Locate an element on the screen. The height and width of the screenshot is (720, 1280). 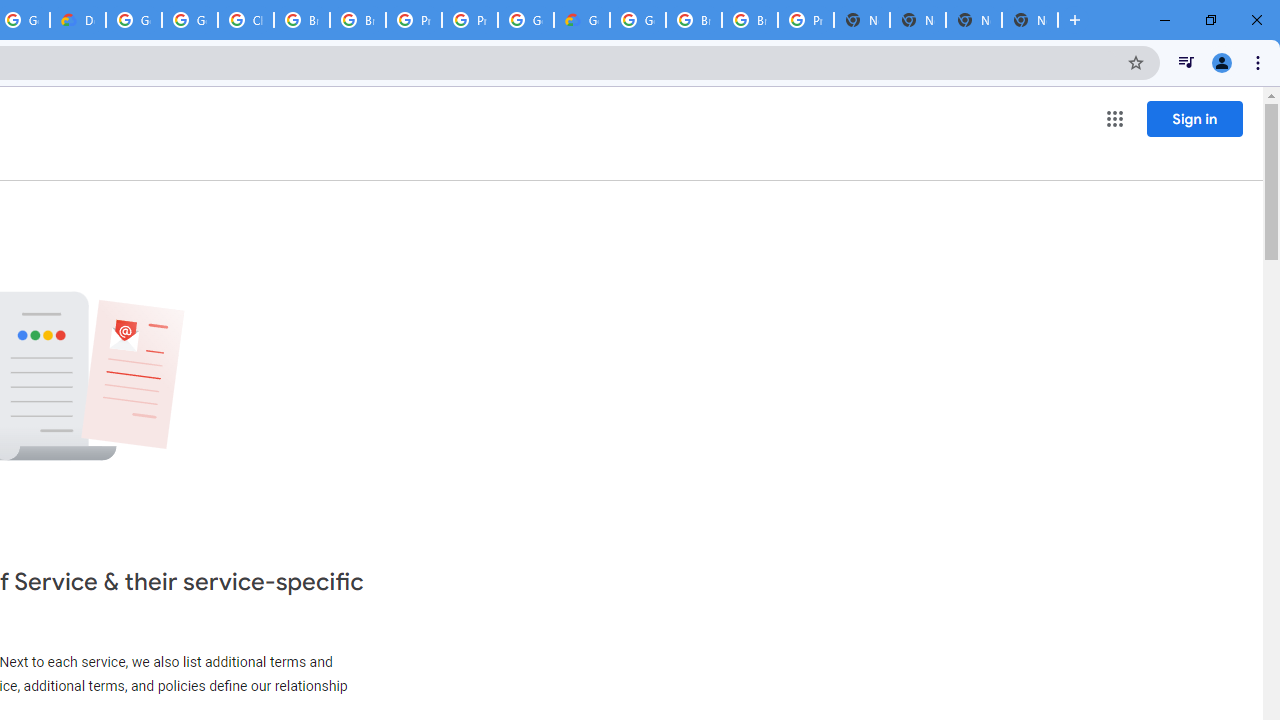
'New Tab' is located at coordinates (1030, 20).